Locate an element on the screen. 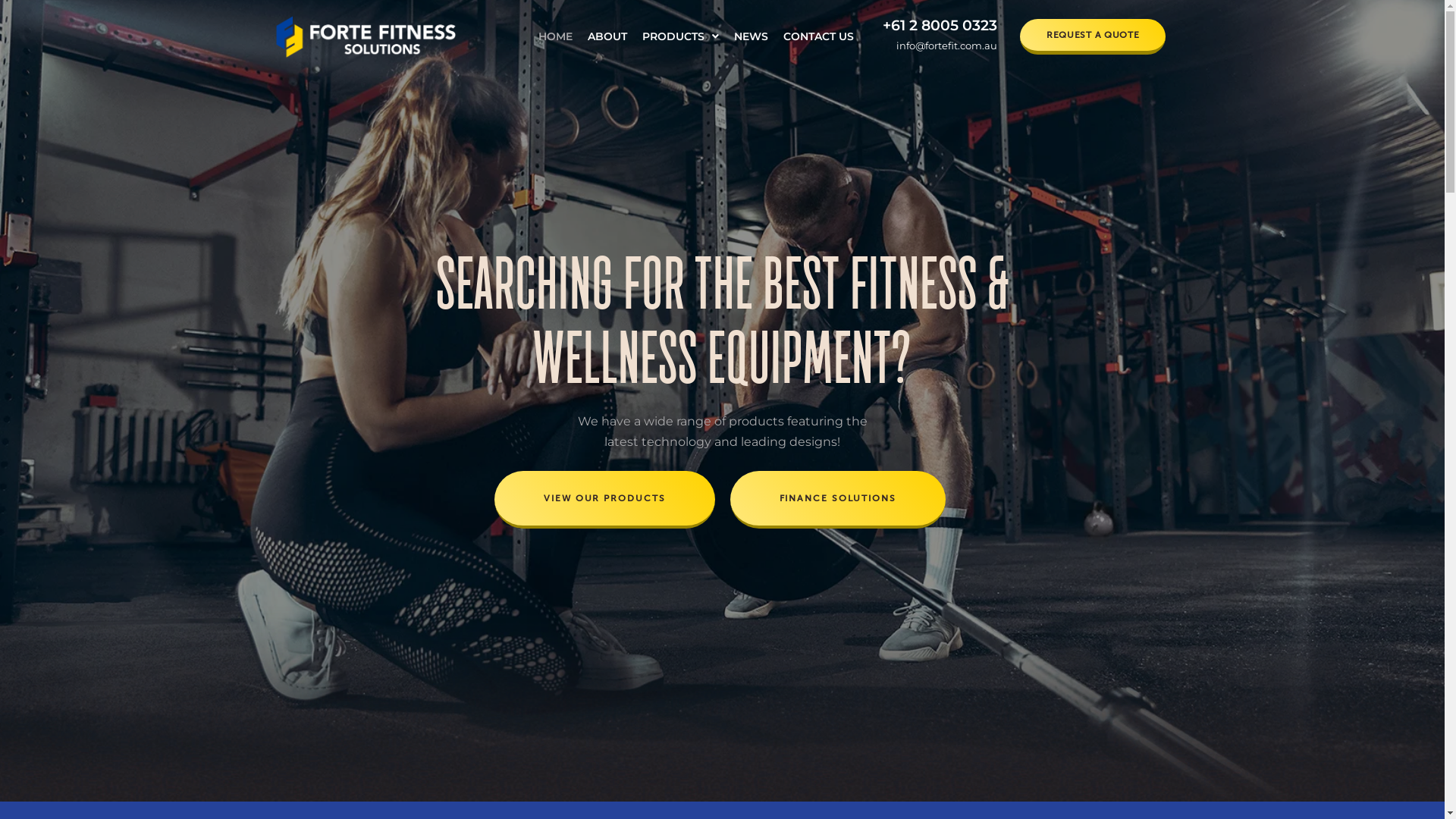  'CONTACT US' is located at coordinates (817, 35).